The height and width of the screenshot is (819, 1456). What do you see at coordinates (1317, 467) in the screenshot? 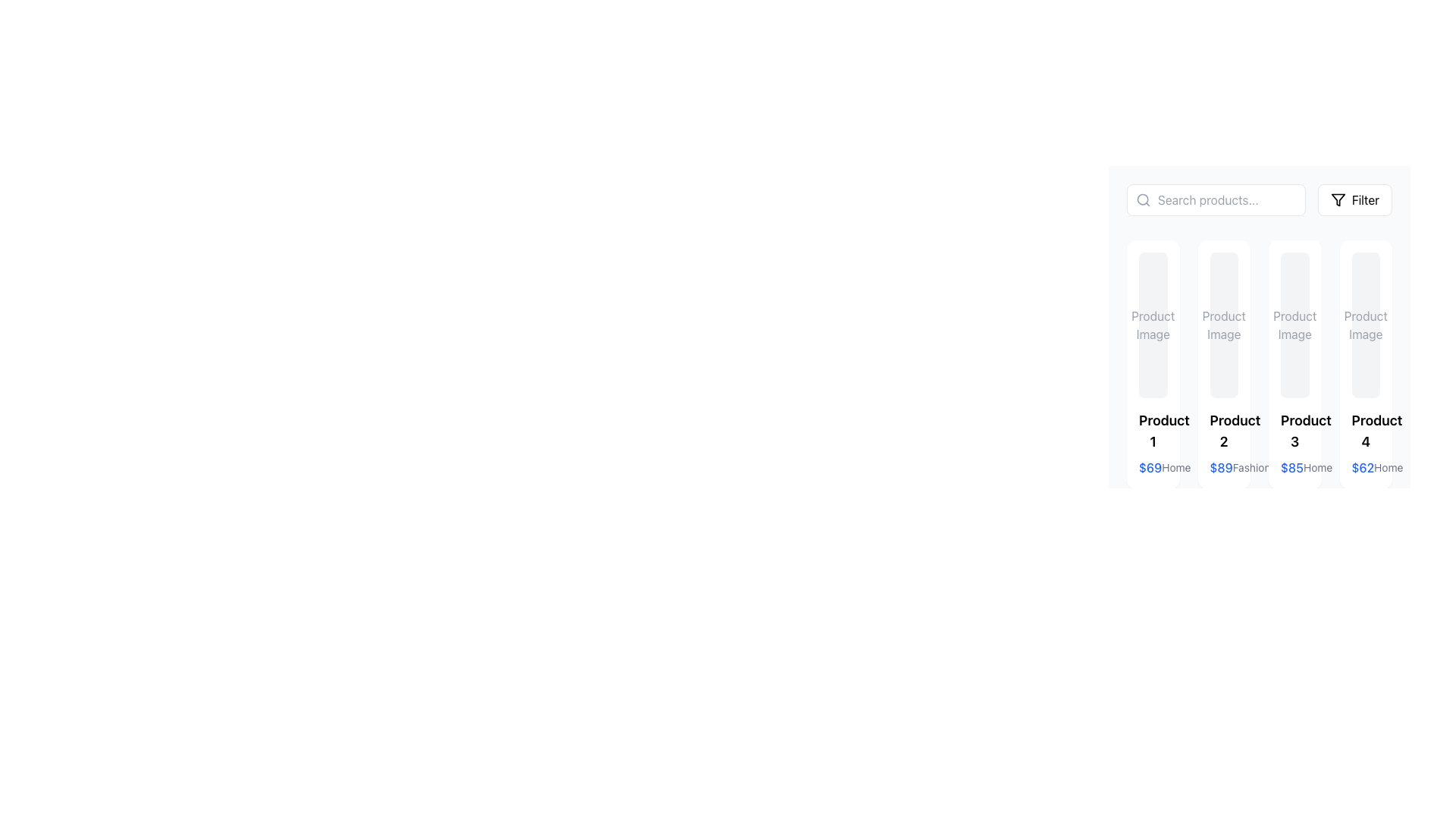
I see `the static text label 'Home' which serves as a category descriptor for 'Product 3', located immediately to the left of the '$85' price label` at bounding box center [1317, 467].